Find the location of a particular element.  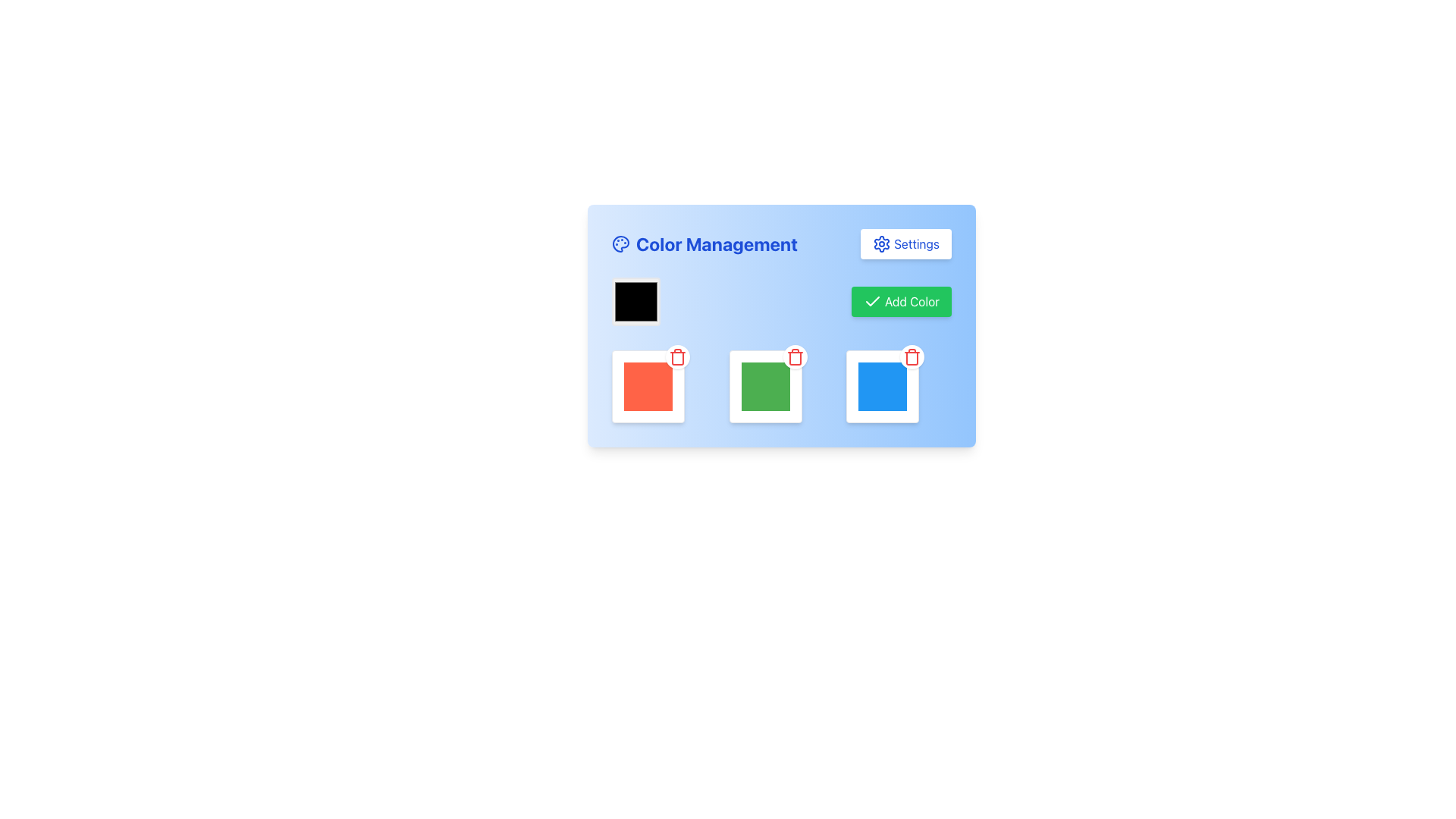

the green color preview box located in the middle of the horizontal list of three color blocks under the 'Color Management' section is located at coordinates (765, 385).